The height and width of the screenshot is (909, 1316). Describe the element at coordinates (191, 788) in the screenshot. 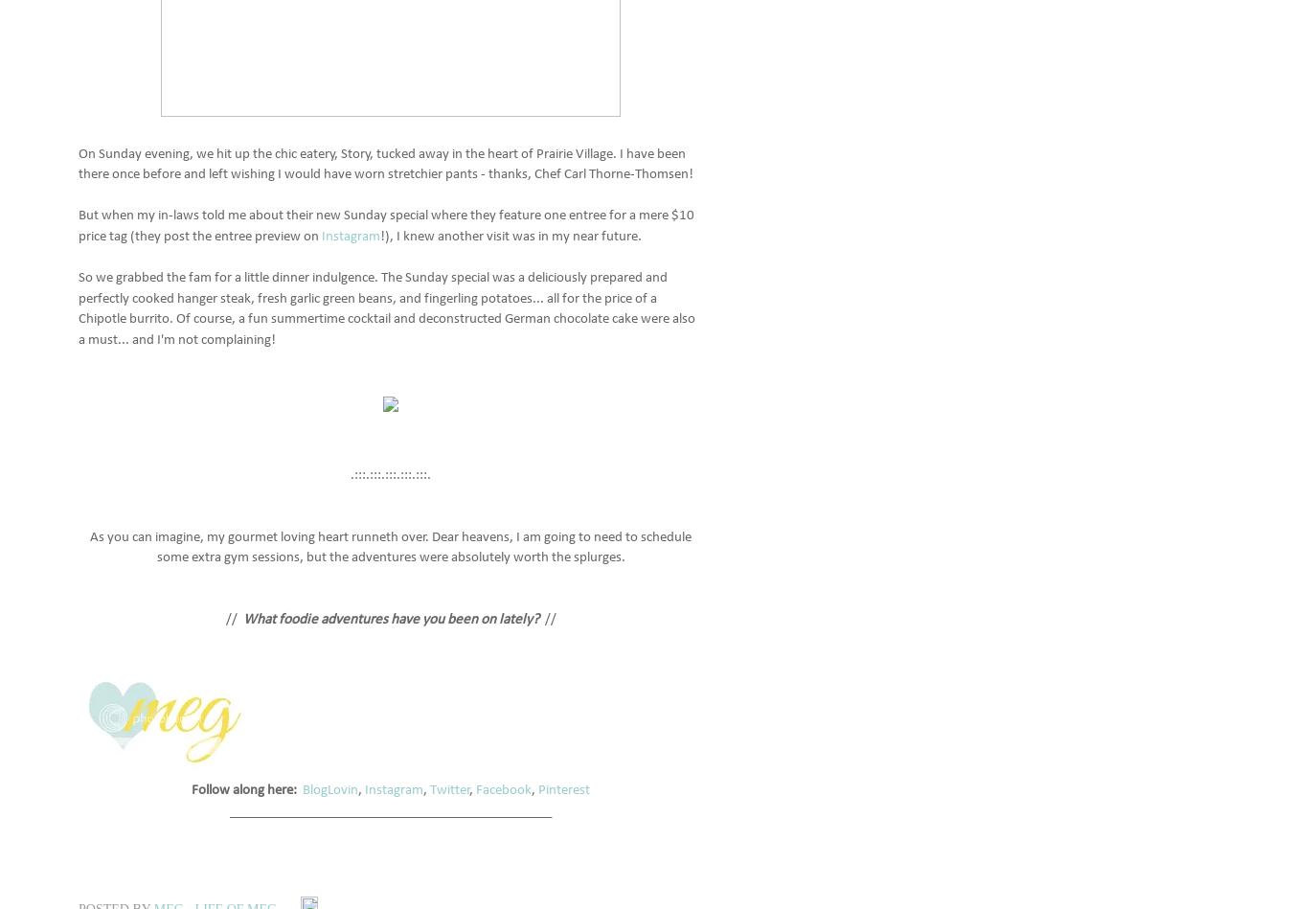

I see `'Follow along here:'` at that location.